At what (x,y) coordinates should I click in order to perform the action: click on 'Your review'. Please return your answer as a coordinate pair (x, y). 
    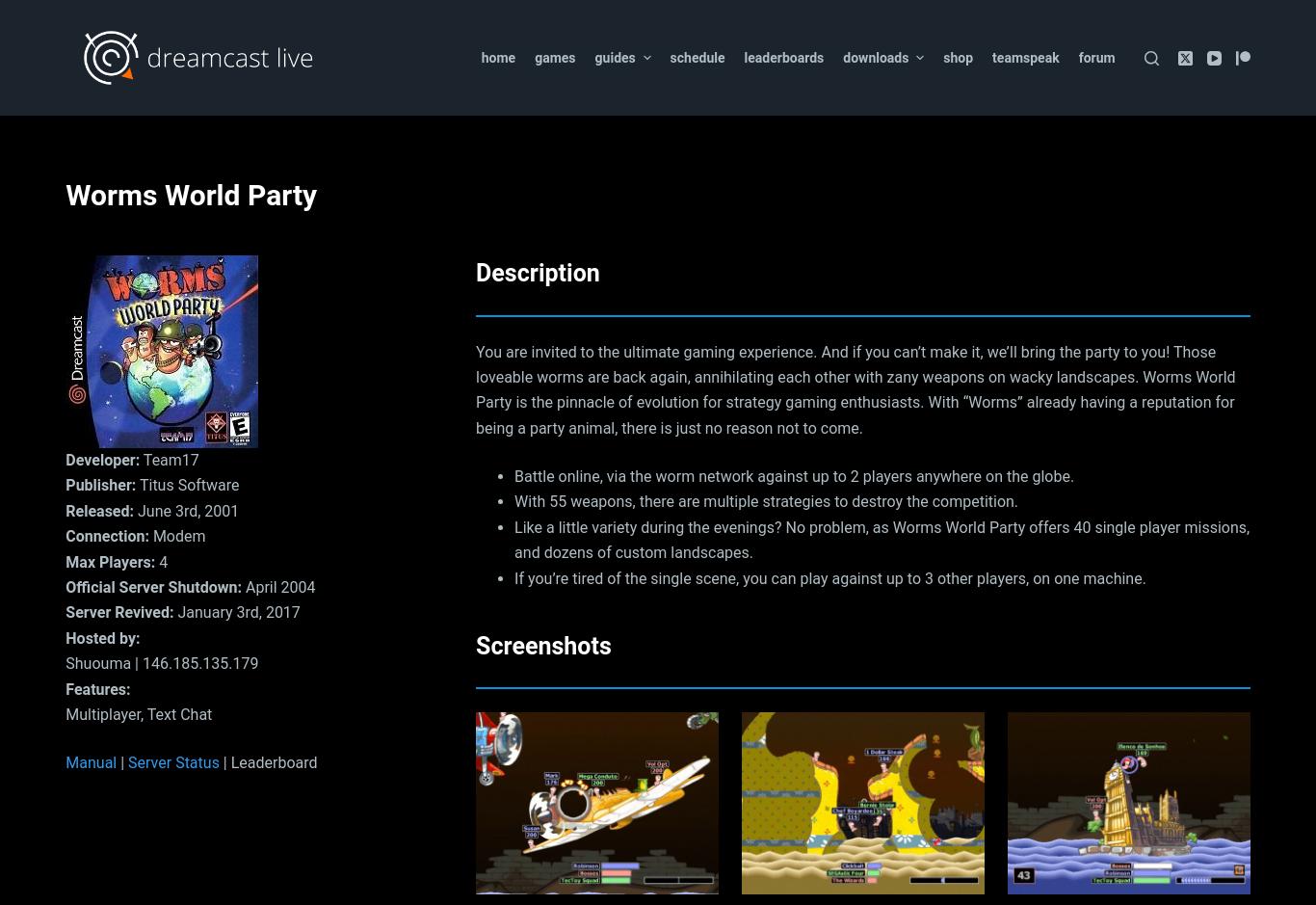
    Looking at the image, I should click on (511, 244).